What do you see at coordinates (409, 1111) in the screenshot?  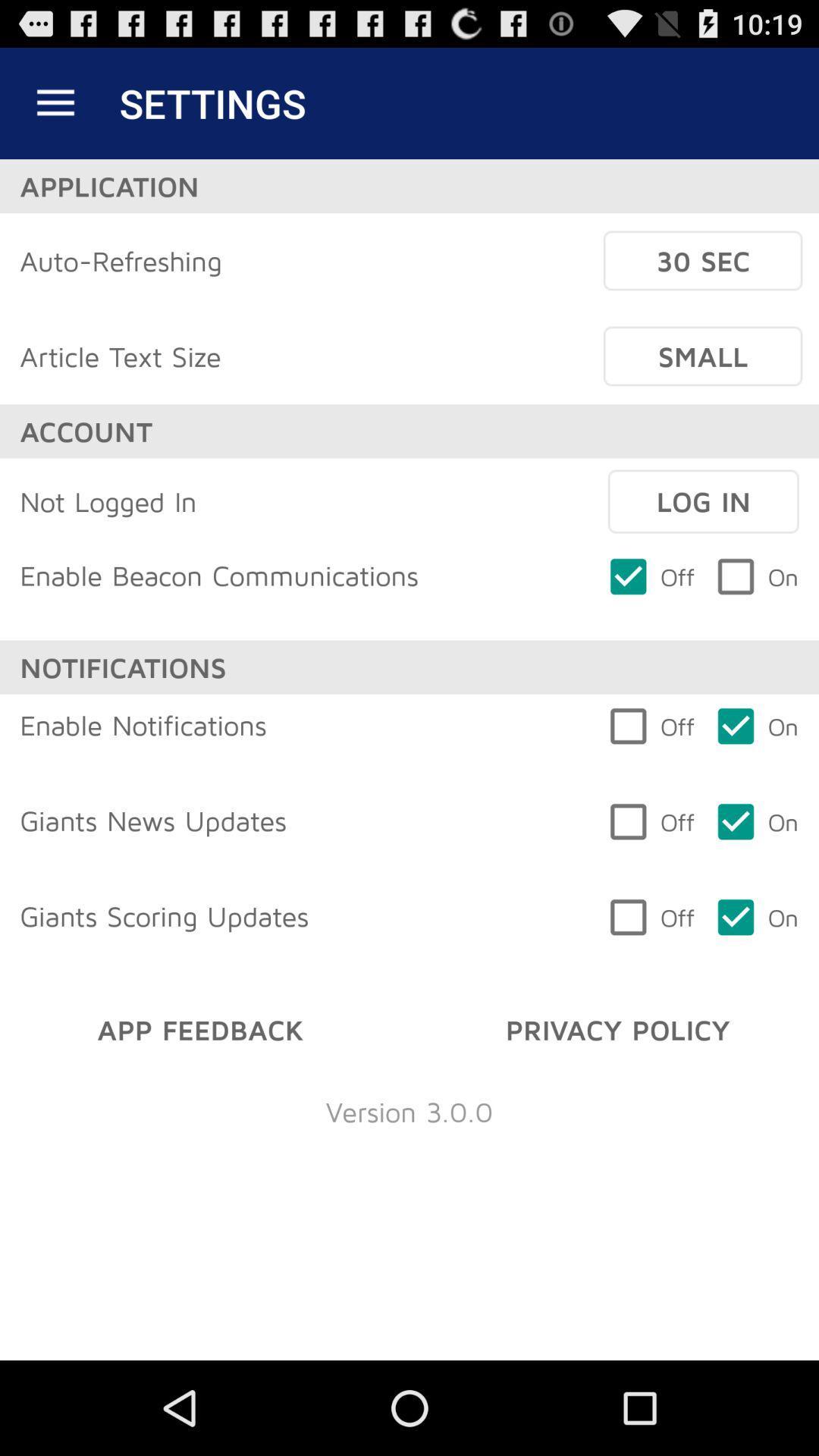 I see `the item below app feedback icon` at bounding box center [409, 1111].